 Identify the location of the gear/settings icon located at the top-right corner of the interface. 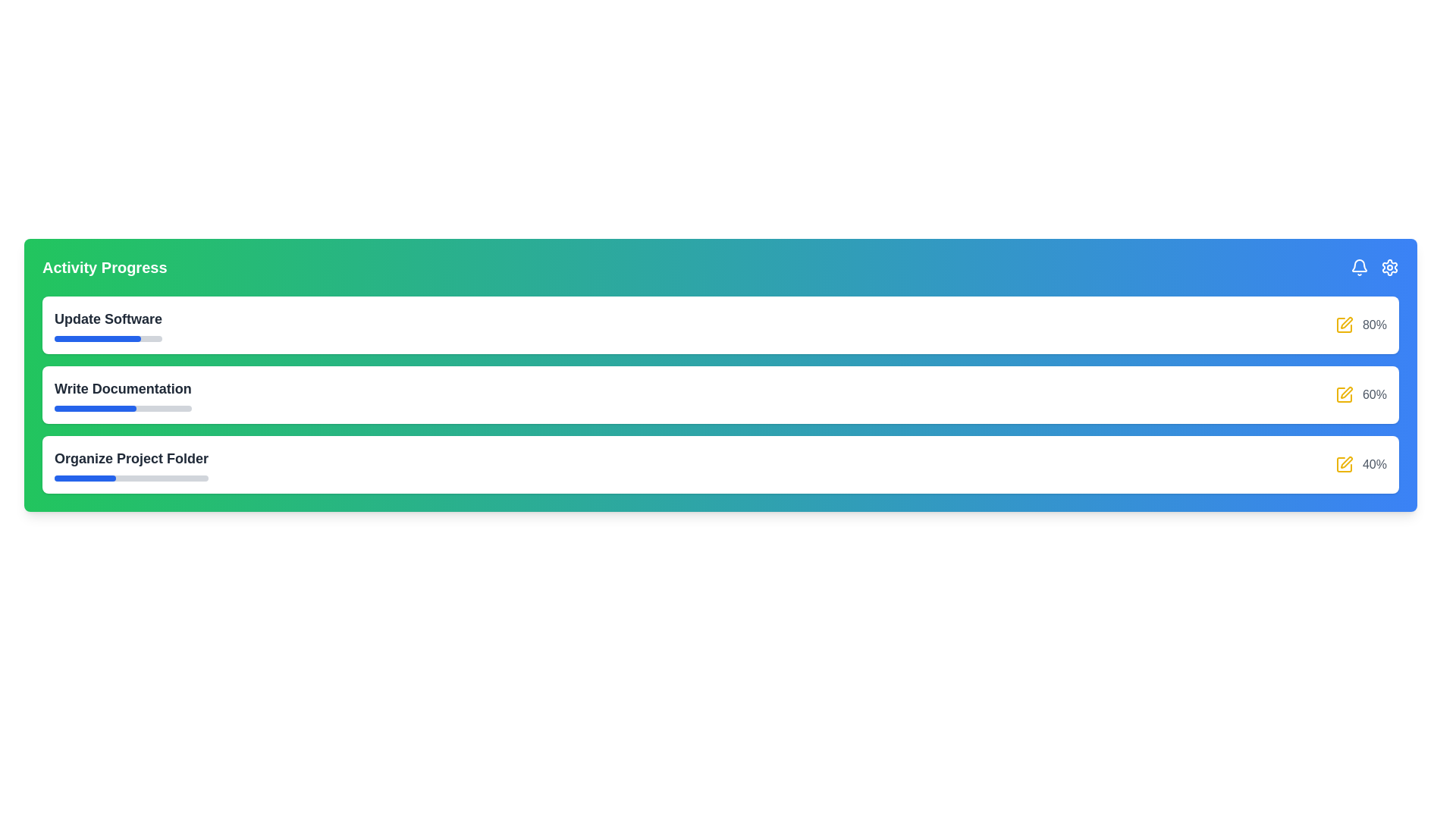
(1390, 267).